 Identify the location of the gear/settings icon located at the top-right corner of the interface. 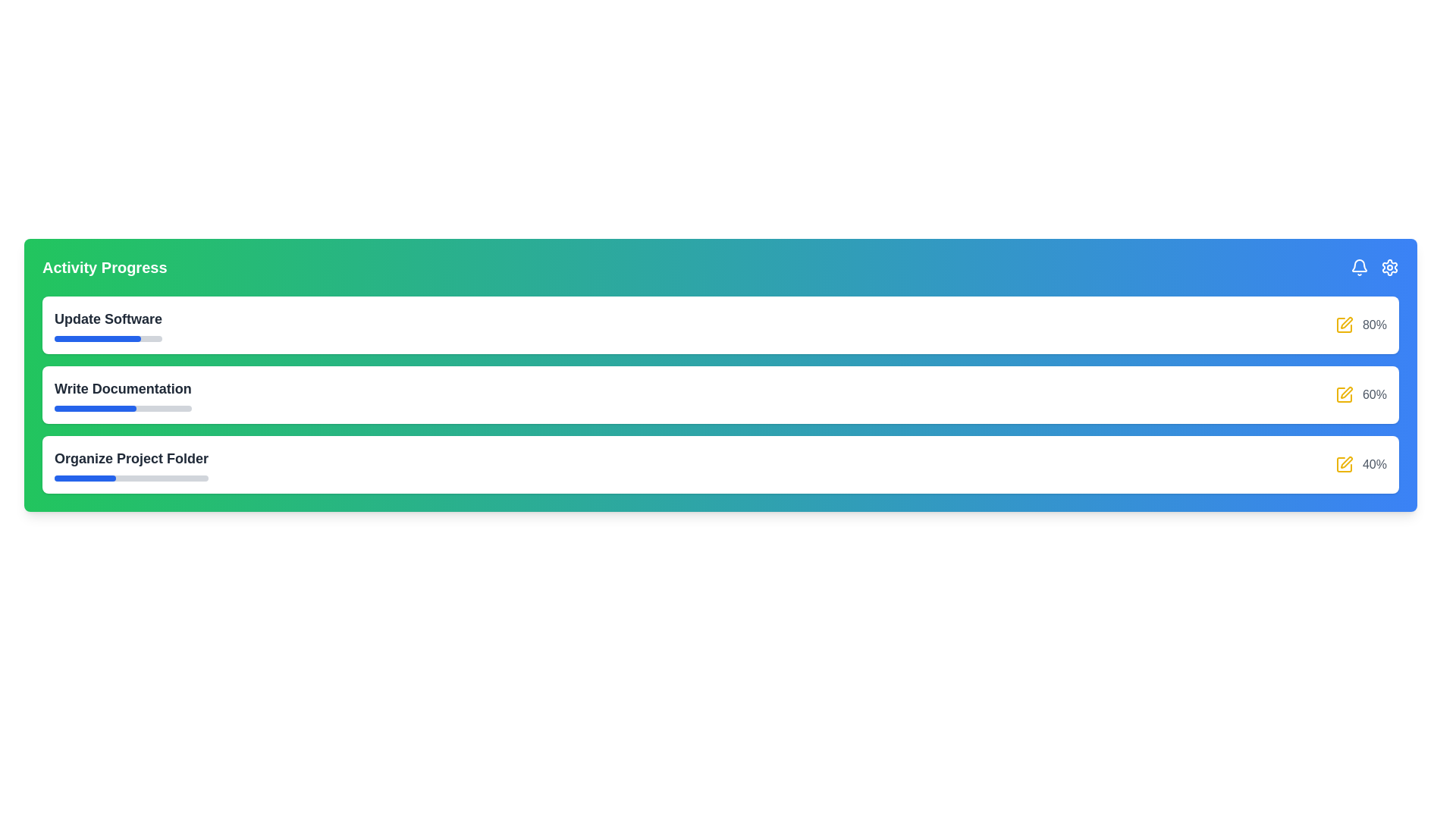
(1390, 267).